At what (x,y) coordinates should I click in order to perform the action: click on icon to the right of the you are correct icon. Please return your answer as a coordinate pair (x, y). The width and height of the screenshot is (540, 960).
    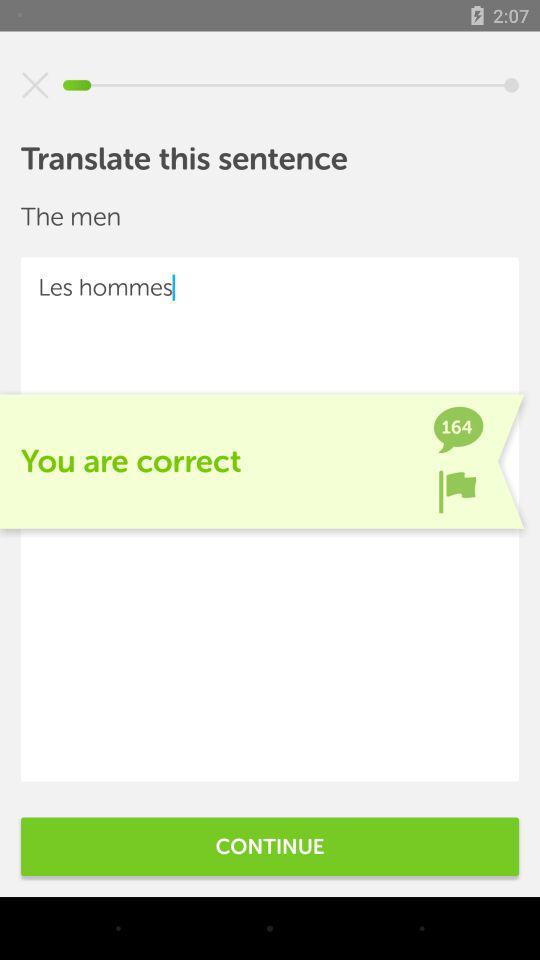
    Looking at the image, I should click on (457, 490).